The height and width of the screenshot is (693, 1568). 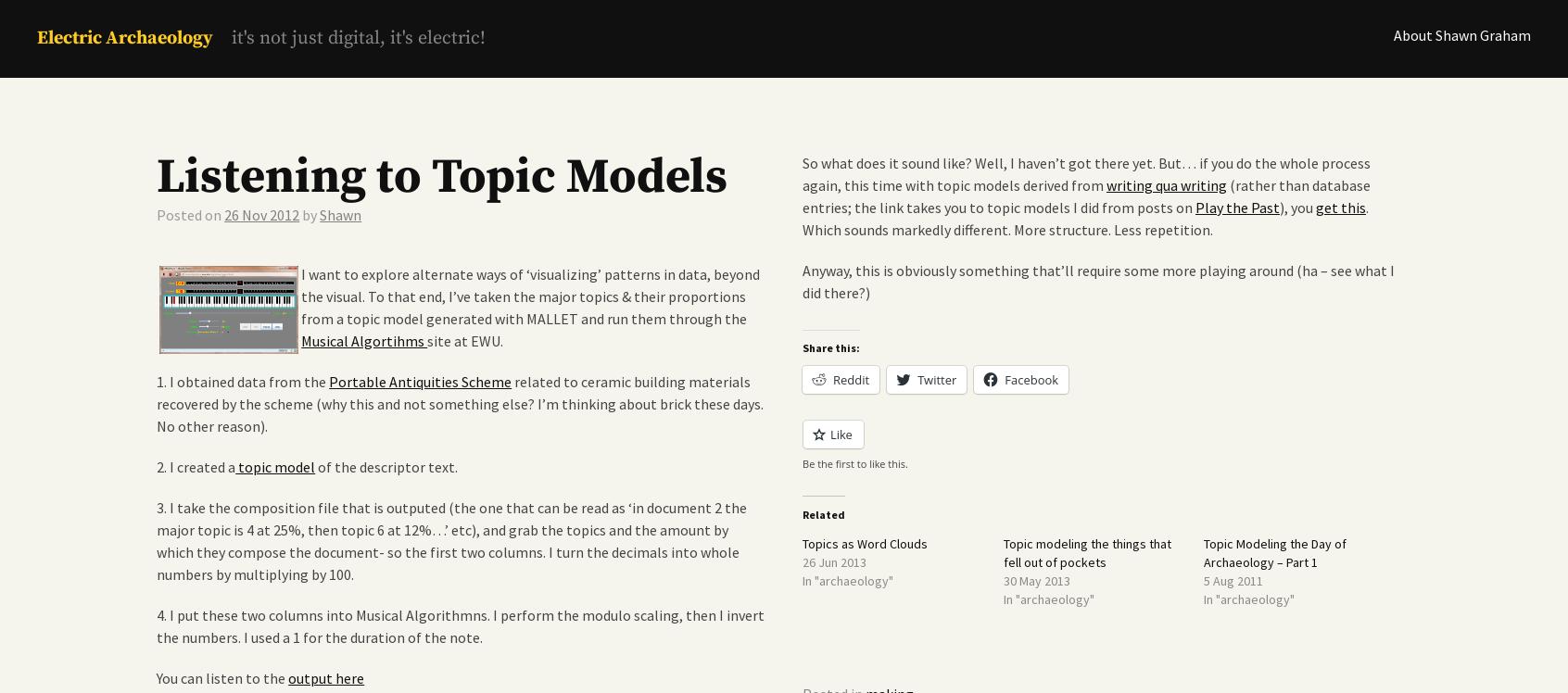 What do you see at coordinates (313, 467) in the screenshot?
I see `'of the descriptor text.'` at bounding box center [313, 467].